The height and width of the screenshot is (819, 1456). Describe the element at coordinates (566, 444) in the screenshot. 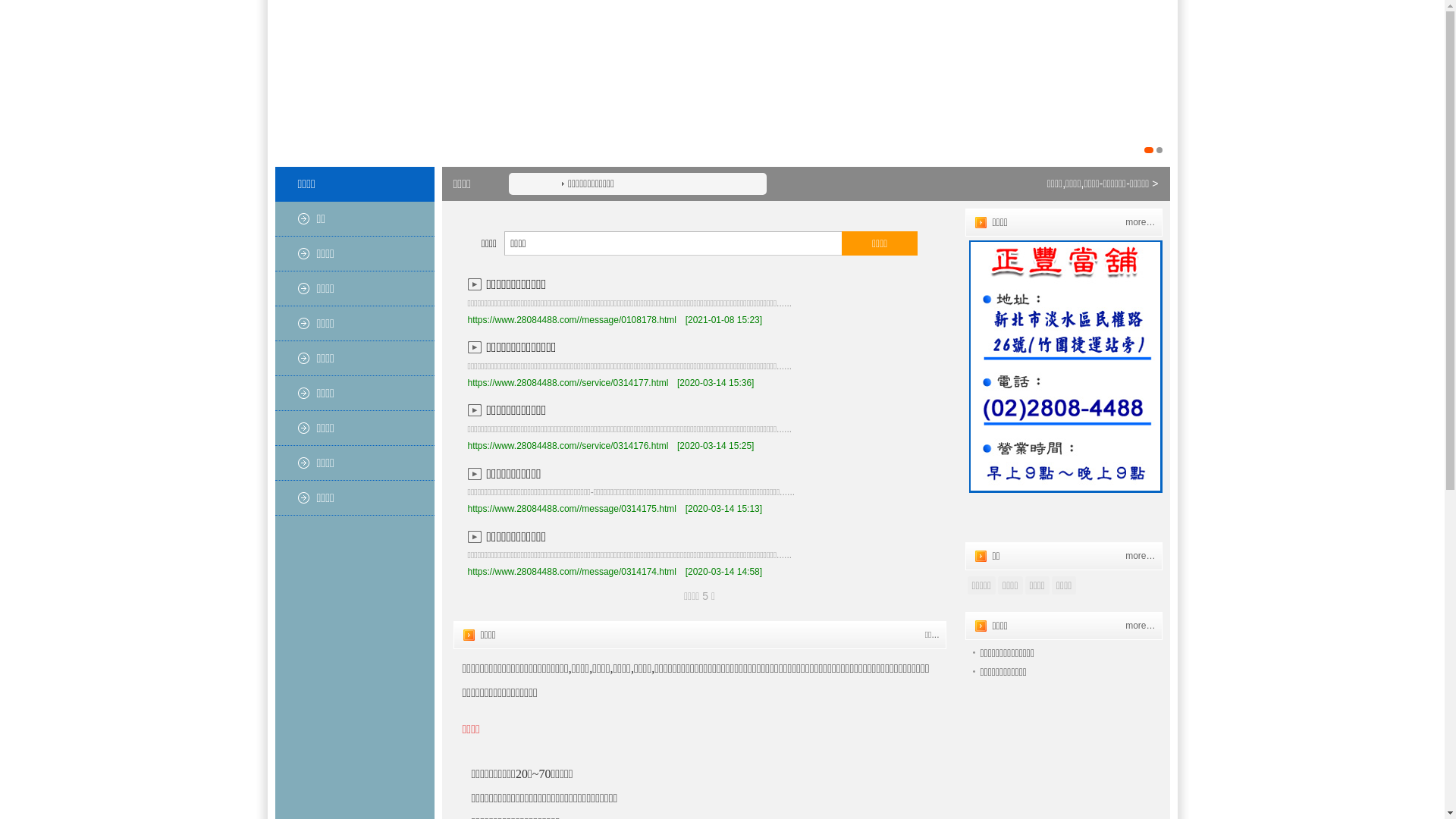

I see `'https://www.28084488.com//service/0314176.html'` at that location.